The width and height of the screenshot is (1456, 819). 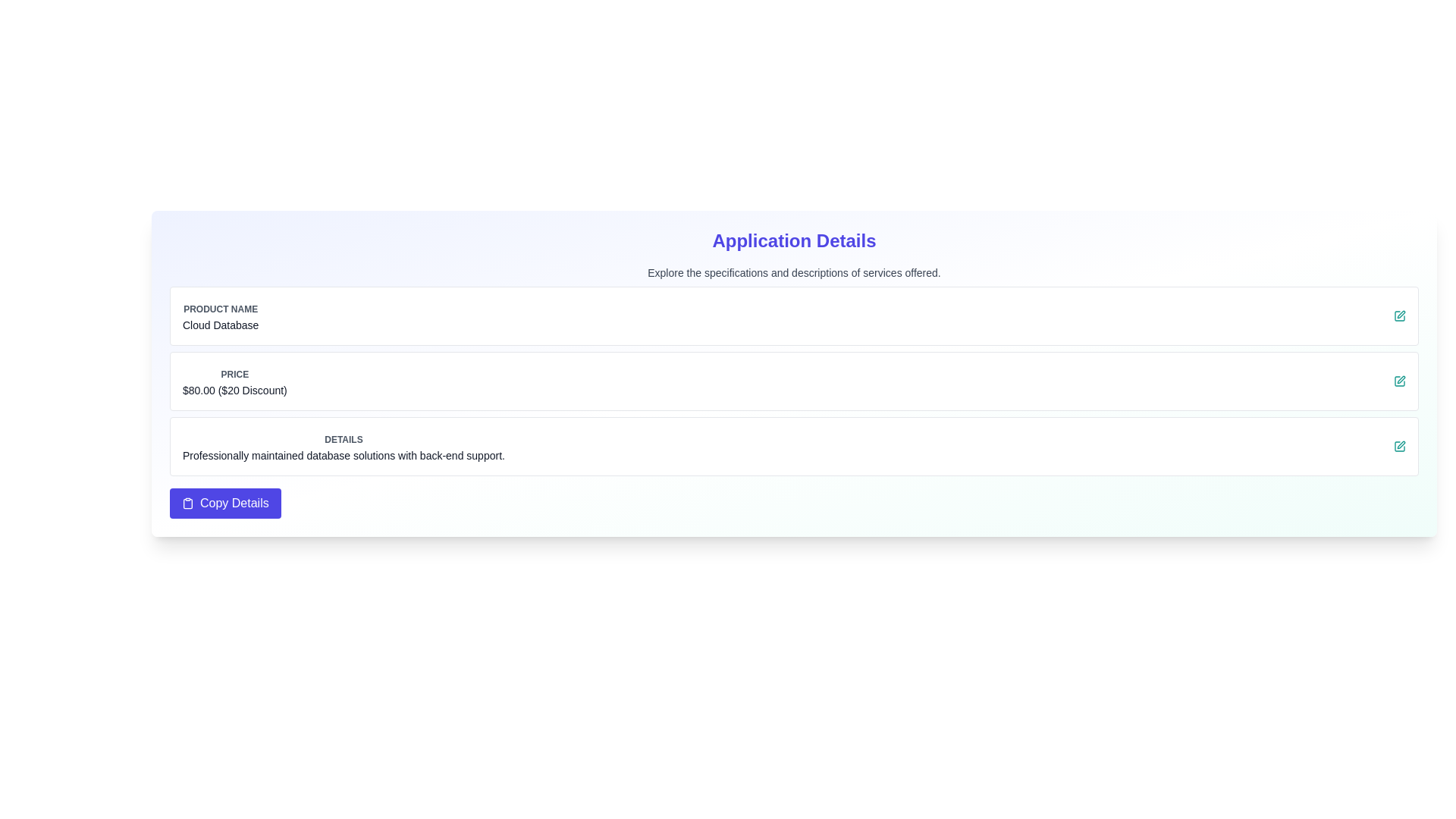 What do you see at coordinates (1399, 315) in the screenshot?
I see `the pencil icon button located at the right end of the 'Product Name' row` at bounding box center [1399, 315].